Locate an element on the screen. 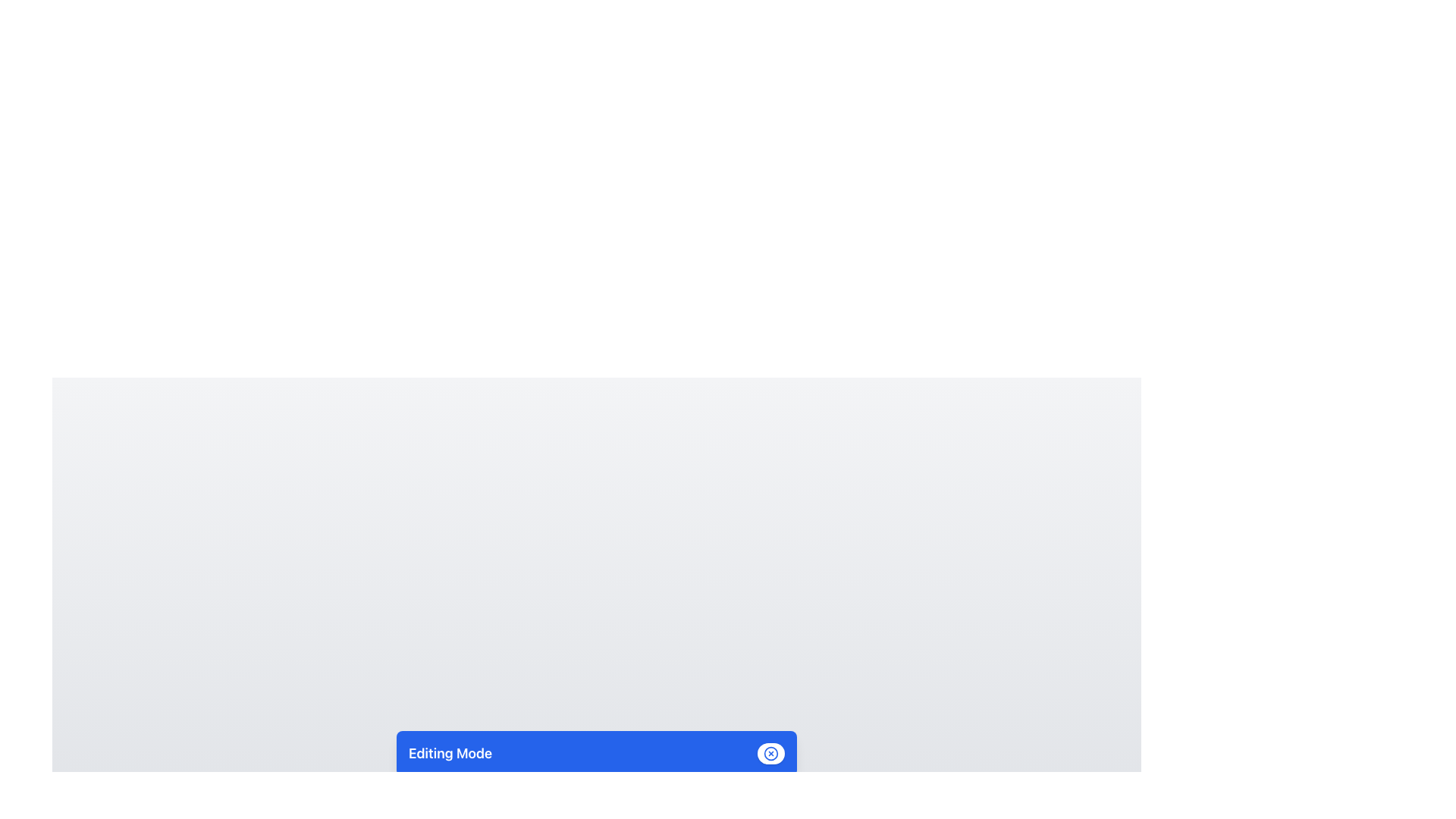  the circular button with a blue border and white background, featuring a blue 'X' symbol in the center, located on the right edge of the 'Editing Mode' blue bar is located at coordinates (771, 754).